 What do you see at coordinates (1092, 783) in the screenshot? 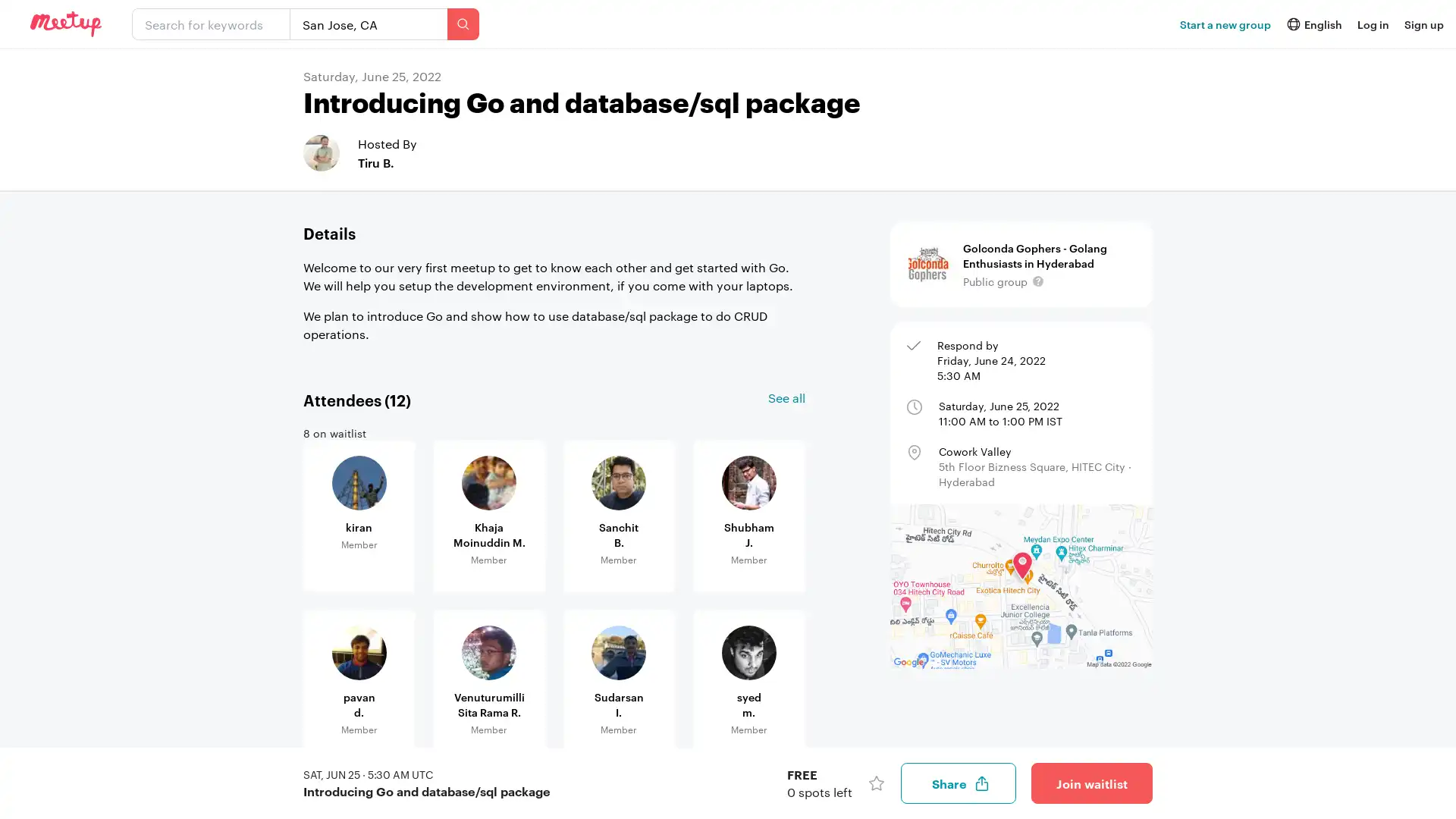
I see `Join waitlist` at bounding box center [1092, 783].